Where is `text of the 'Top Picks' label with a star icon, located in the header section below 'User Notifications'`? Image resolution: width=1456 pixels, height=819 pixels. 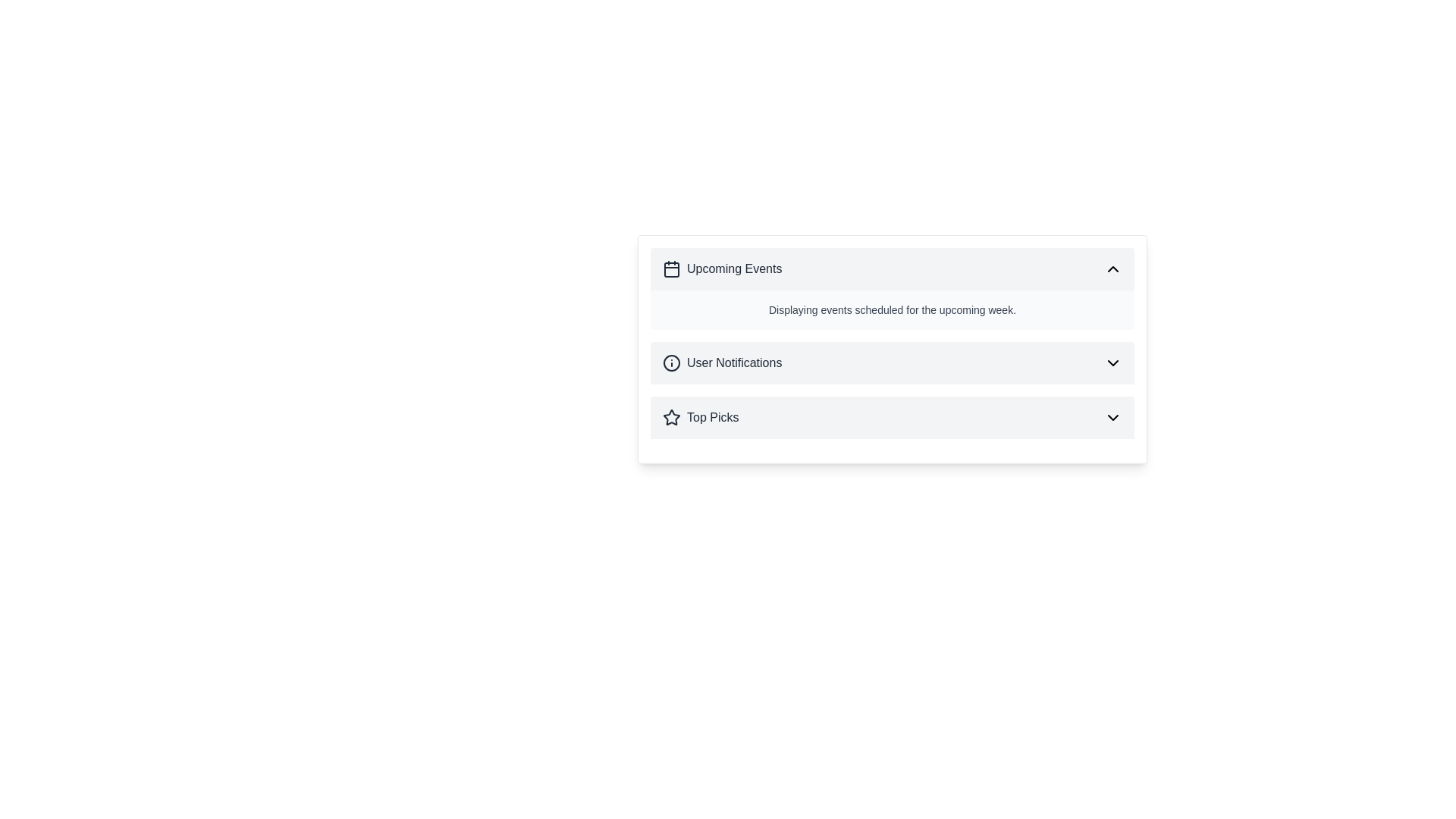 text of the 'Top Picks' label with a star icon, located in the header section below 'User Notifications' is located at coordinates (700, 418).